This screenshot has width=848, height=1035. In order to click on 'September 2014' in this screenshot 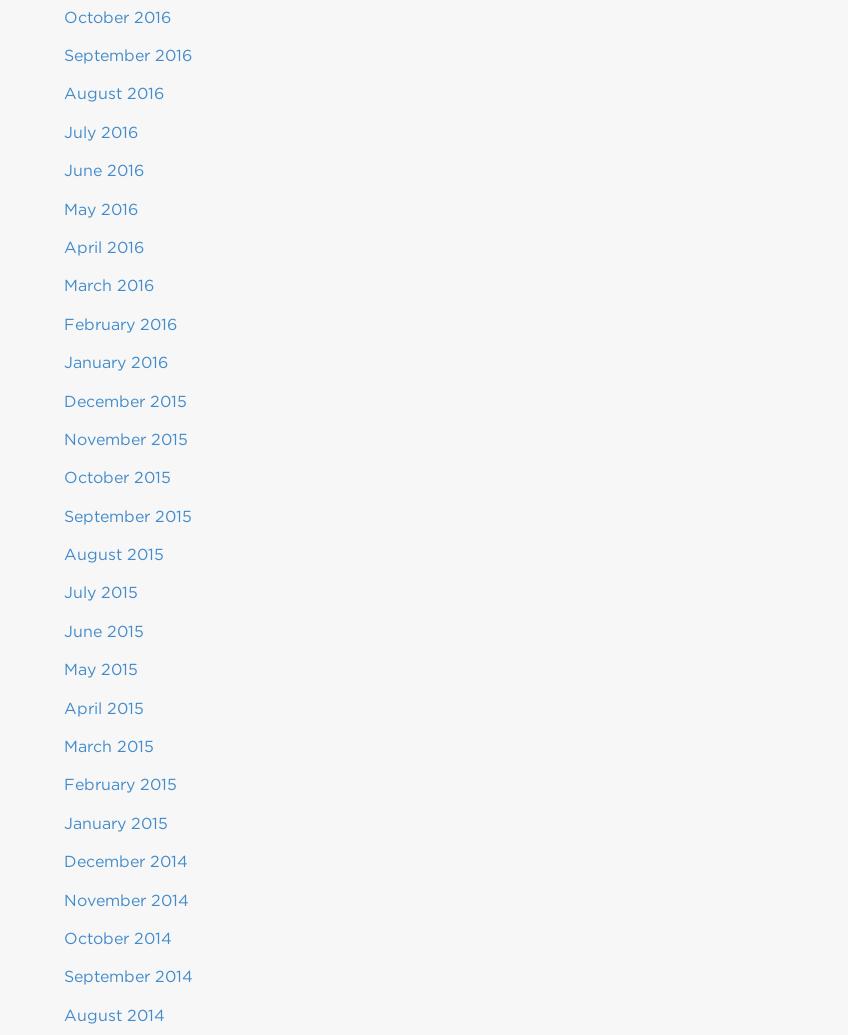, I will do `click(127, 975)`.